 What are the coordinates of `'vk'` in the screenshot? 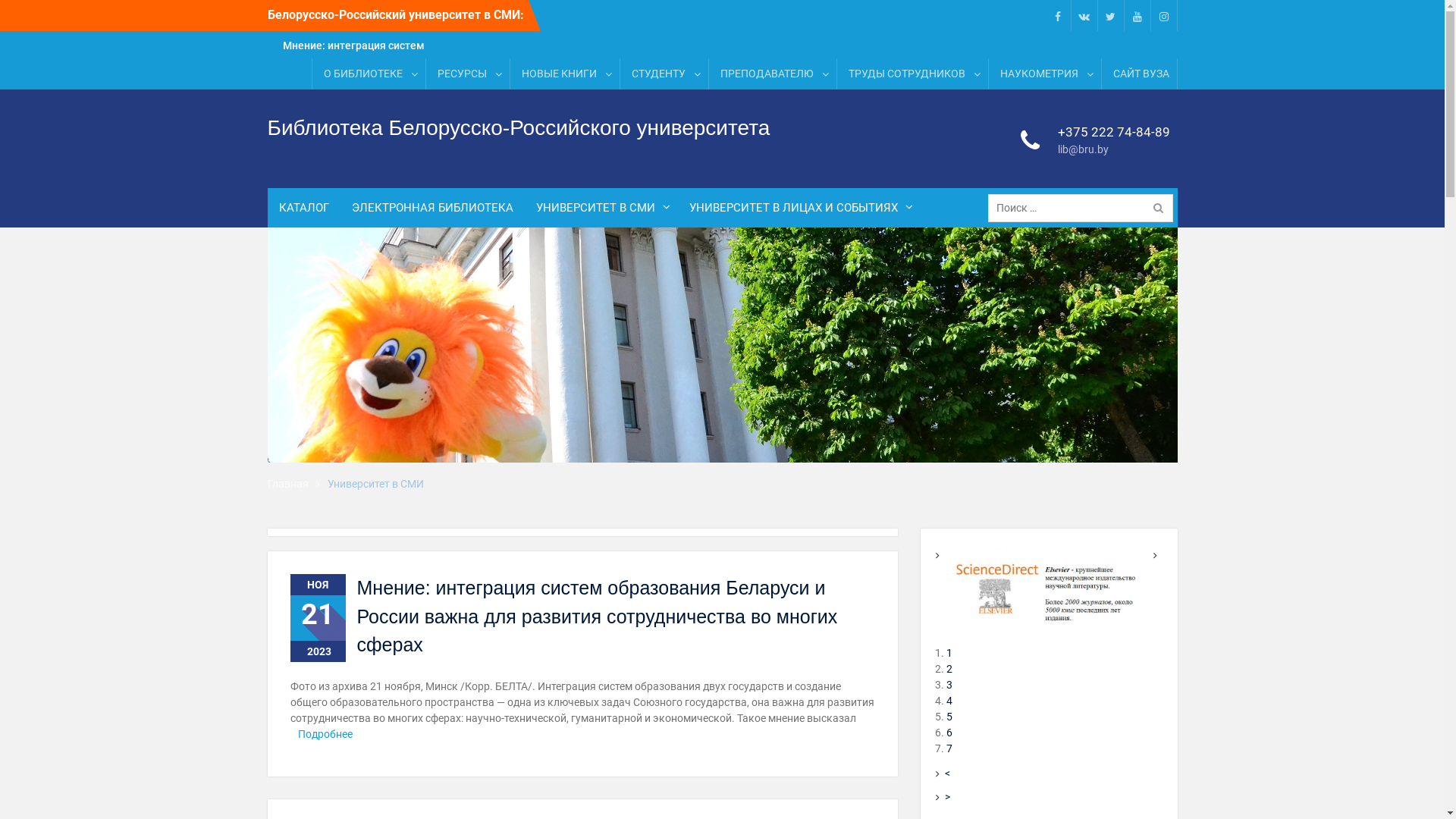 It's located at (1084, 15).